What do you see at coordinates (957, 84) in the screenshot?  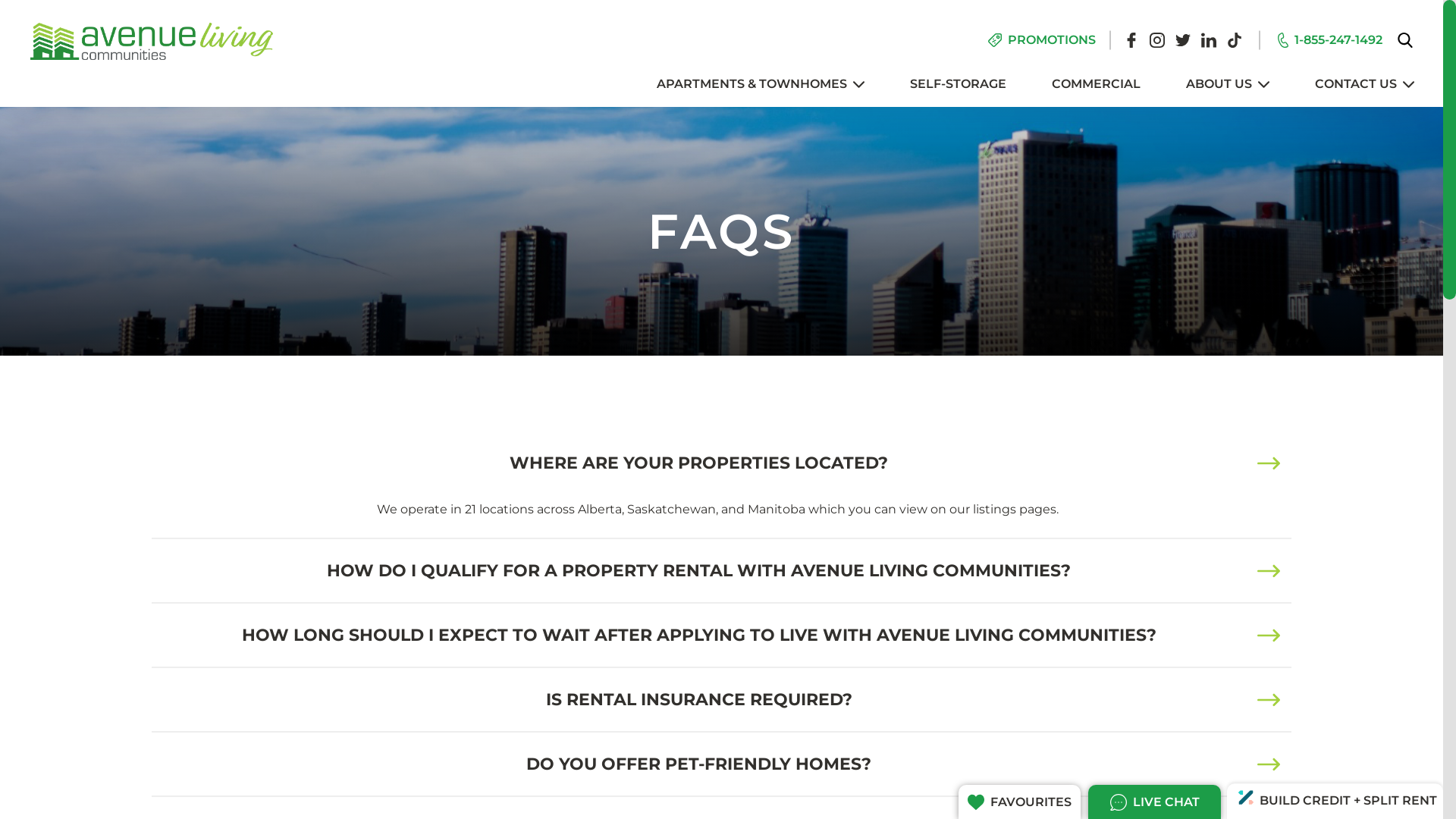 I see `'SELF-STORAGE'` at bounding box center [957, 84].